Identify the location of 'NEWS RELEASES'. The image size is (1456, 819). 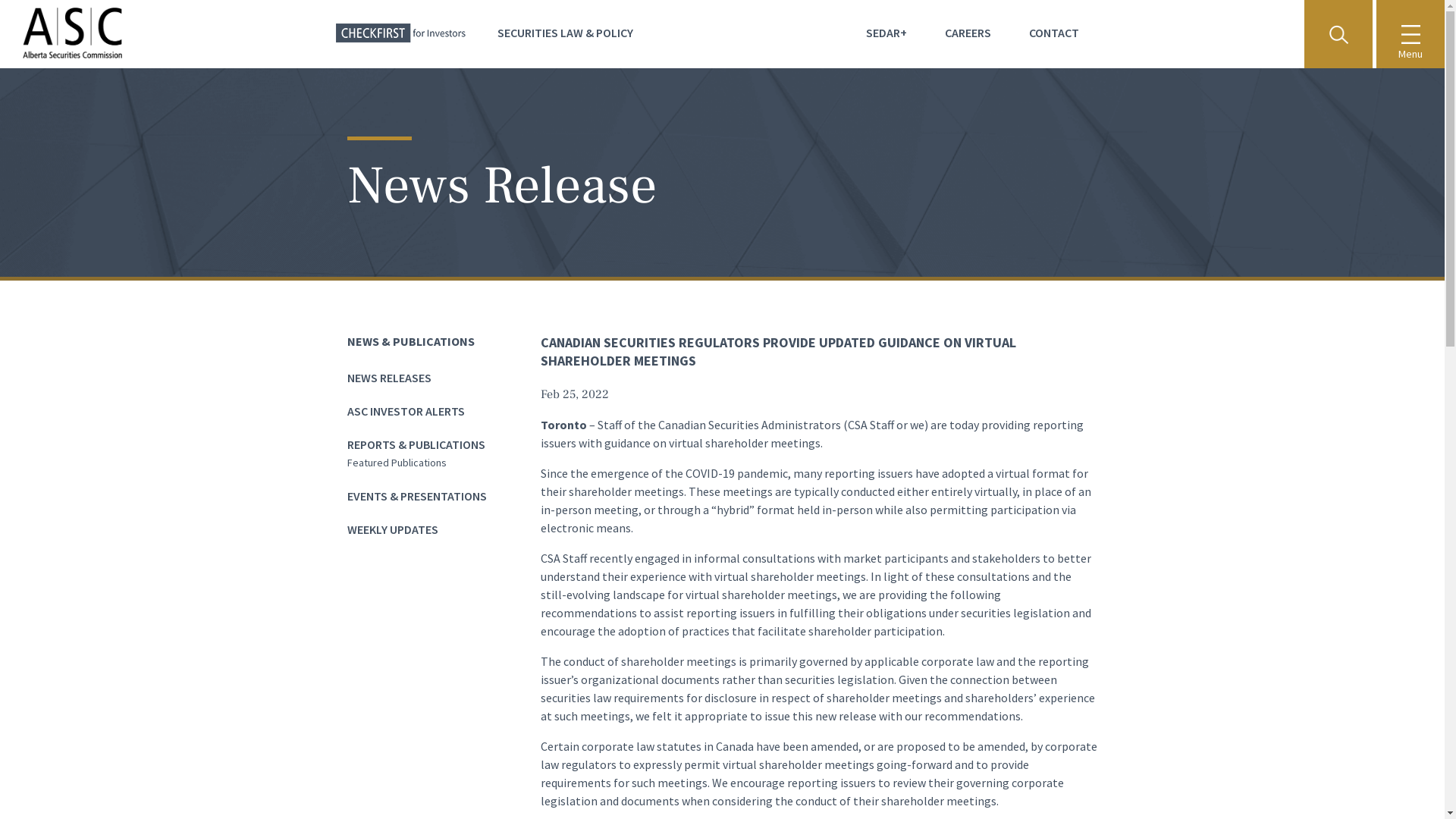
(389, 376).